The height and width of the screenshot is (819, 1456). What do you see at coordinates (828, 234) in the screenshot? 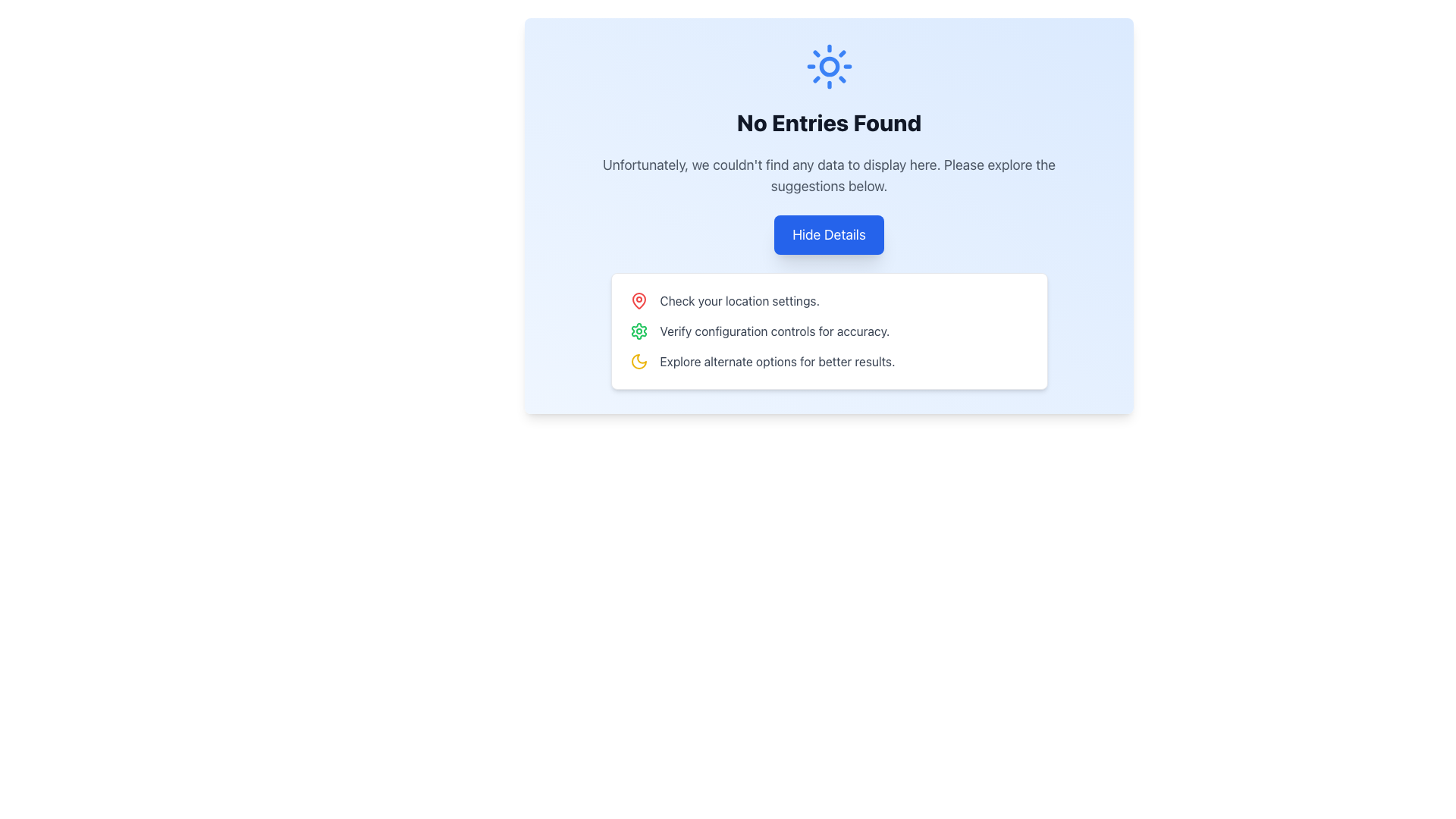
I see `the rectangular button with a blue background and white text that reads 'Hide Details'` at bounding box center [828, 234].